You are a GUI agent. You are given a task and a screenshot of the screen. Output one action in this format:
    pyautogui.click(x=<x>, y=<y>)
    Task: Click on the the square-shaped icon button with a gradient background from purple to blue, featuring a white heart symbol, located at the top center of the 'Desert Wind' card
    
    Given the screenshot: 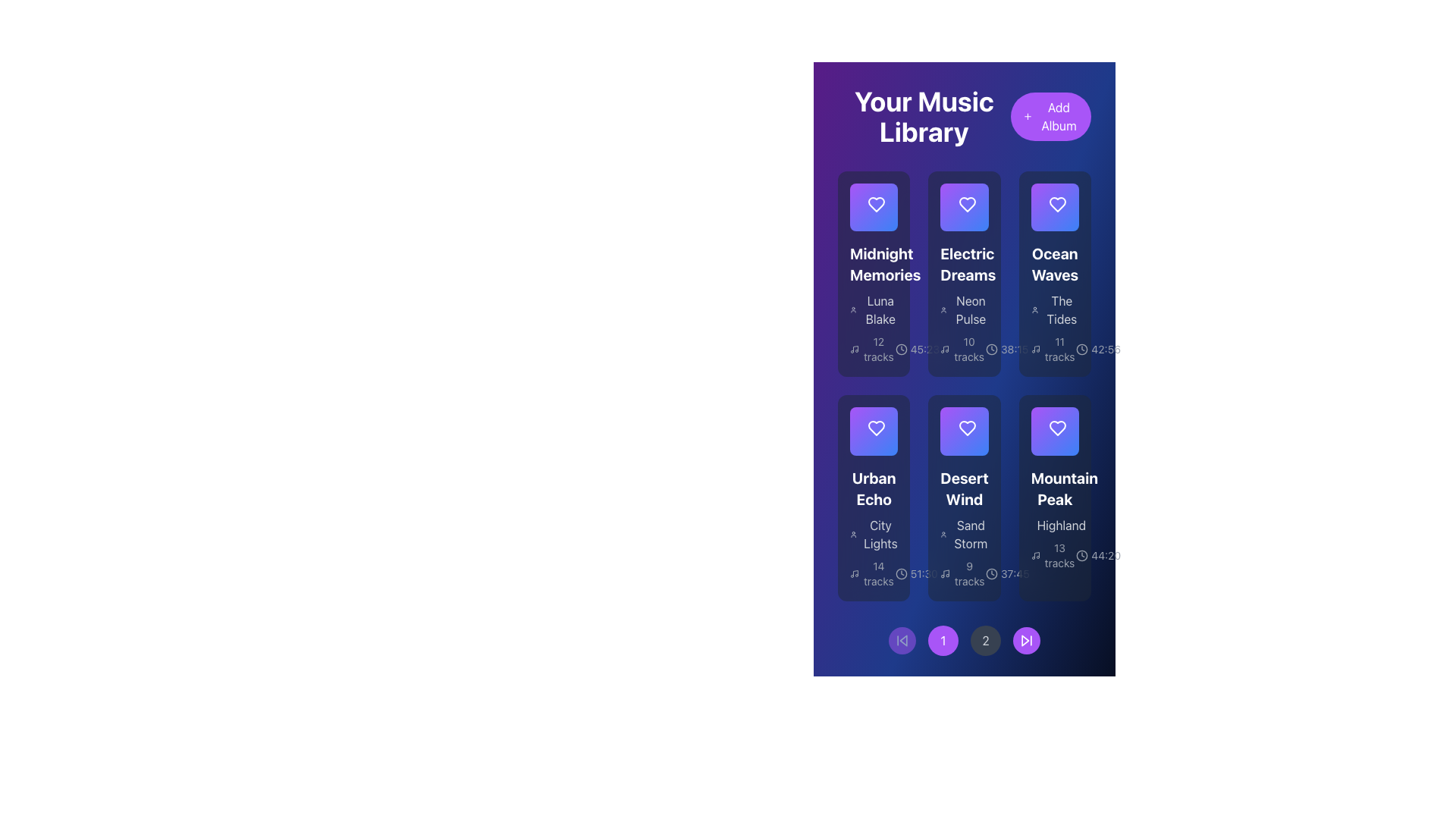 What is the action you would take?
    pyautogui.click(x=964, y=431)
    